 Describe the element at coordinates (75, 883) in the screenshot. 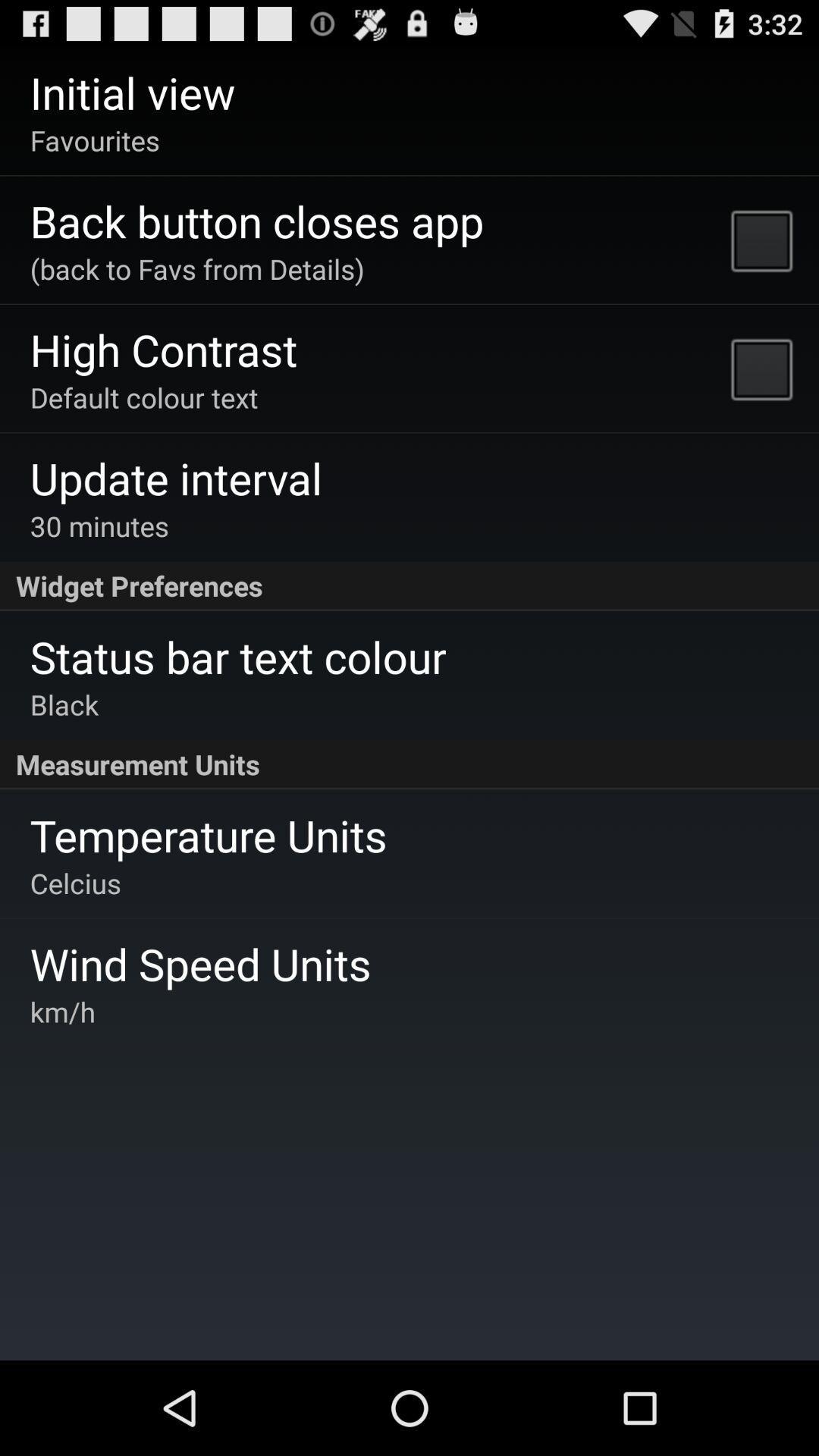

I see `item above the wind speed units` at that location.